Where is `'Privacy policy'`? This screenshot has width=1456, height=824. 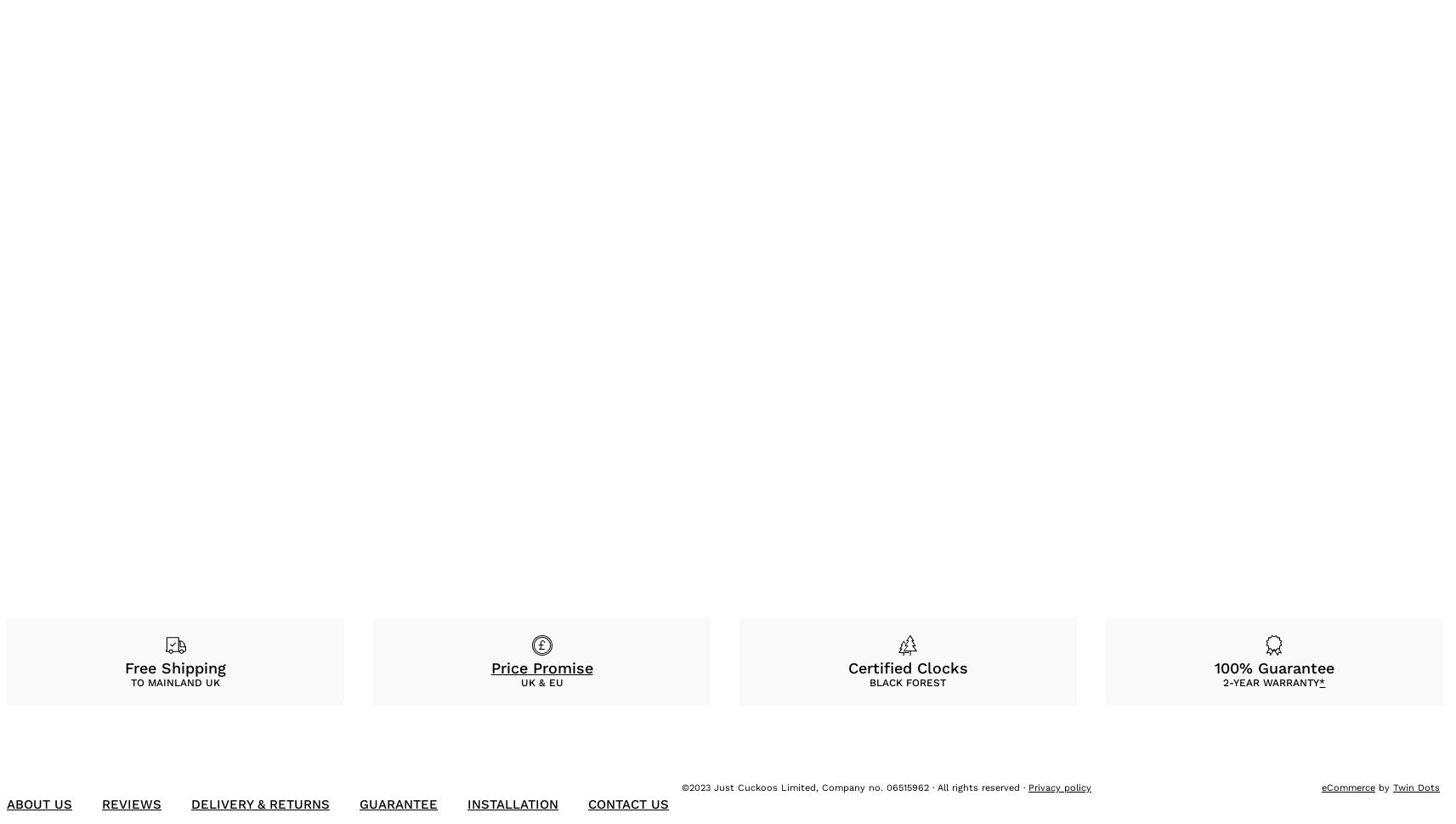 'Privacy policy' is located at coordinates (1060, 787).